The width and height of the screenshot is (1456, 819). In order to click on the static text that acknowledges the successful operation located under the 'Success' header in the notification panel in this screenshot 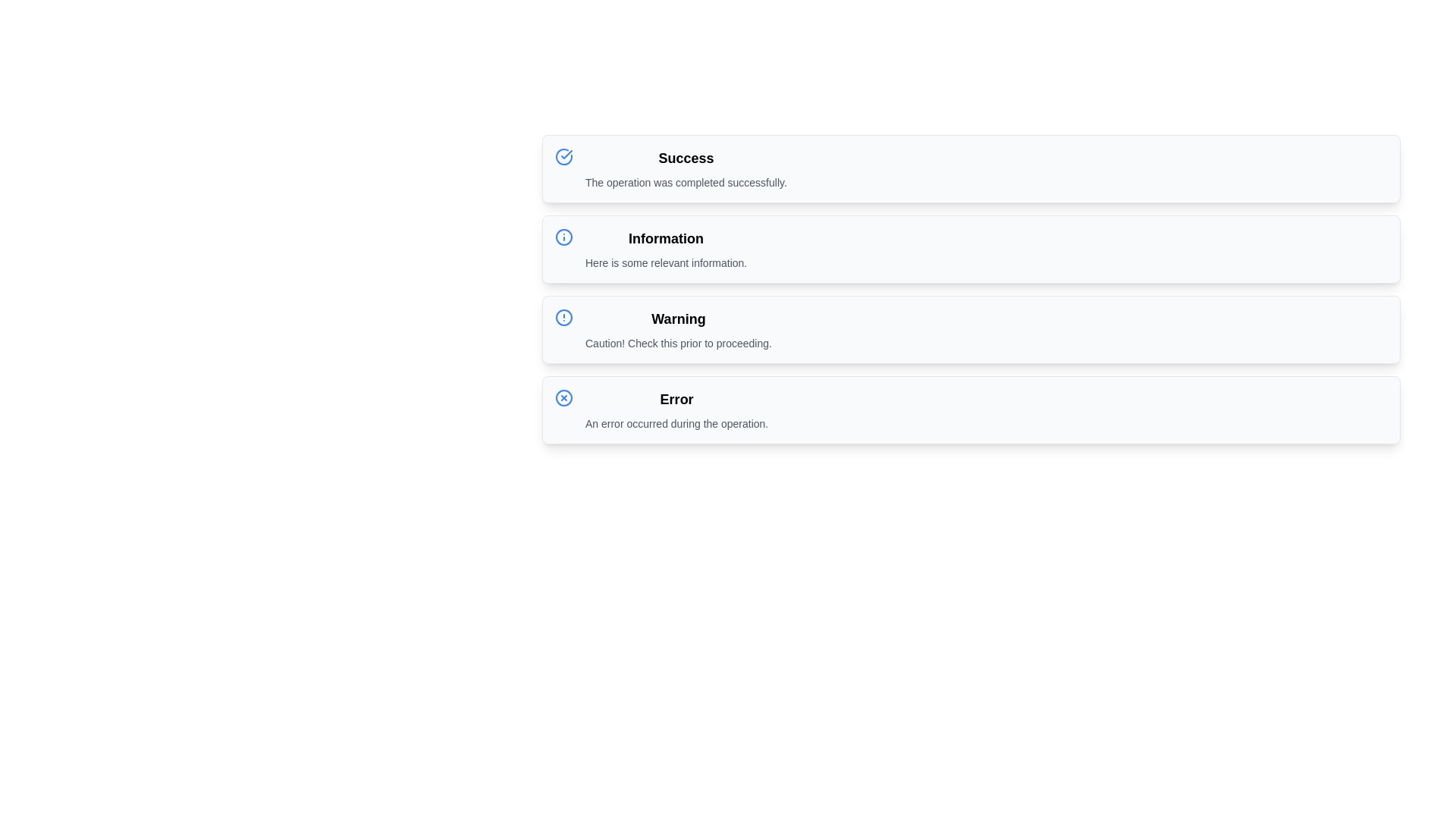, I will do `click(685, 181)`.